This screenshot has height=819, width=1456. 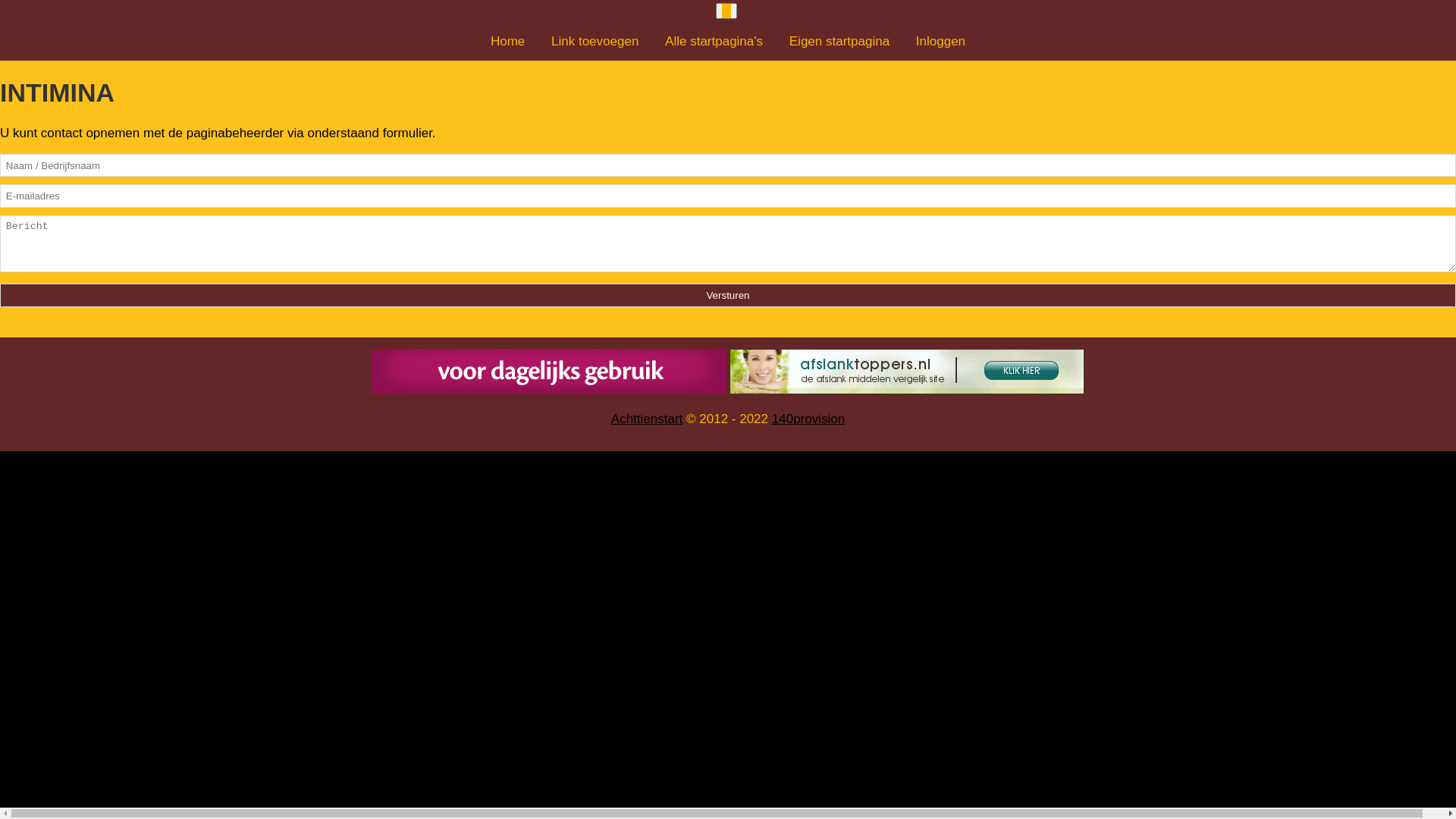 I want to click on 'De beste afslankmiddelen op een site', so click(x=906, y=371).